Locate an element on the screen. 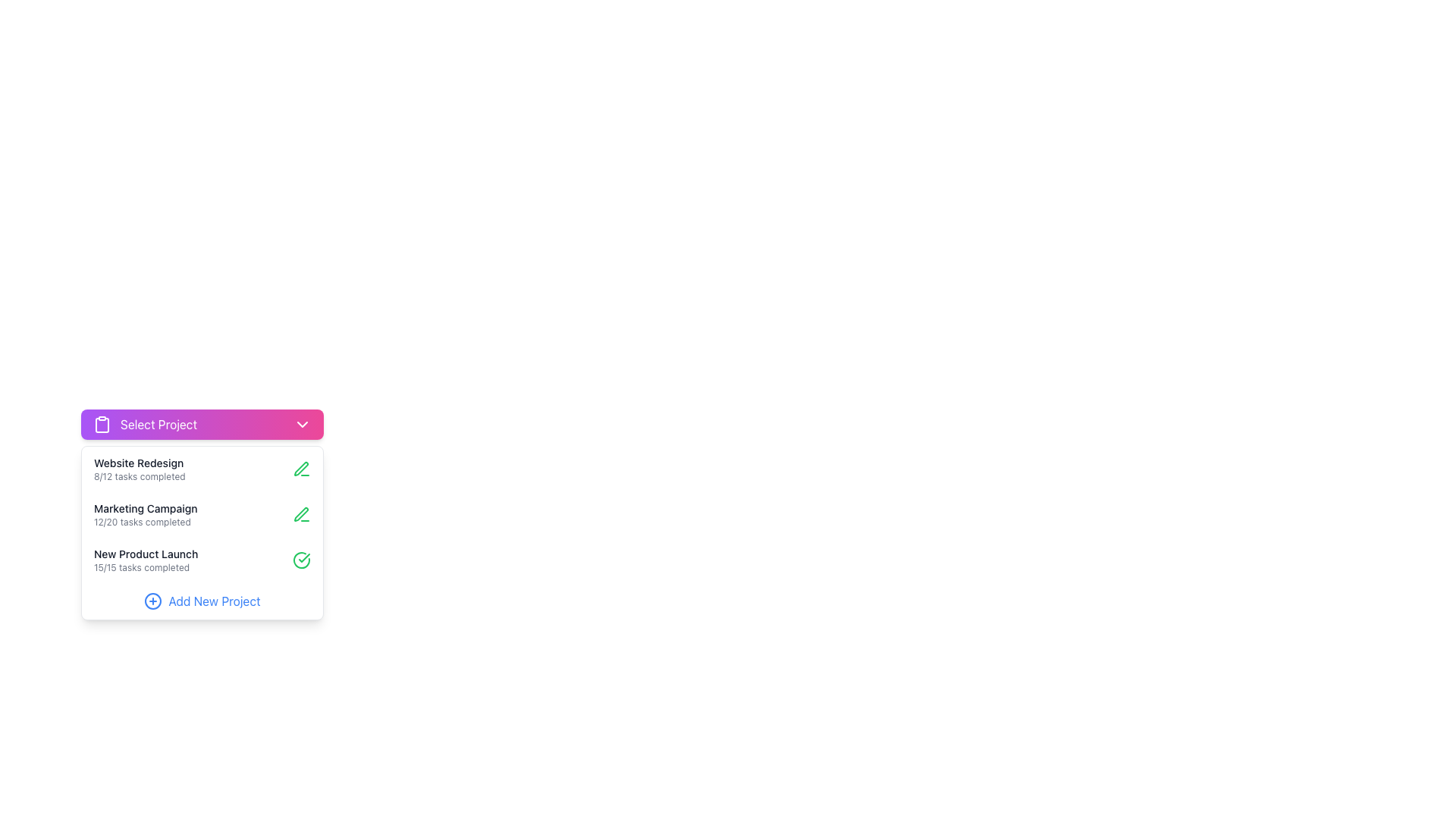 The height and width of the screenshot is (819, 1456). the text label reading 'Marketing Campaign' which is the second entry in the 'Select Project' dropdown interface is located at coordinates (146, 509).